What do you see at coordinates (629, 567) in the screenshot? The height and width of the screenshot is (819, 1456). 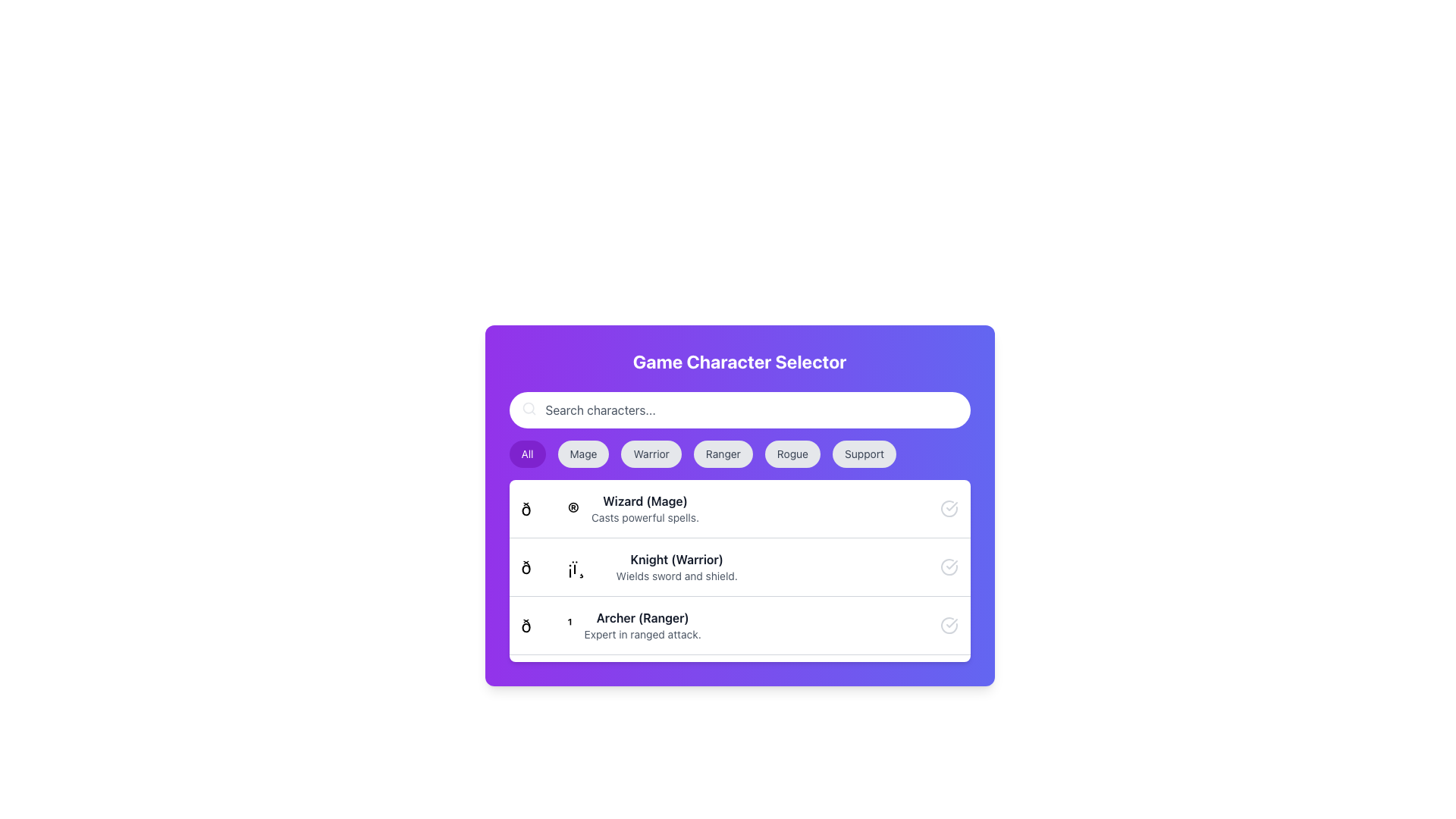 I see `the text display element representing 'Knight (Warrior)' with the description 'Wields sword and shield.' located in the Game Character Selector list` at bounding box center [629, 567].